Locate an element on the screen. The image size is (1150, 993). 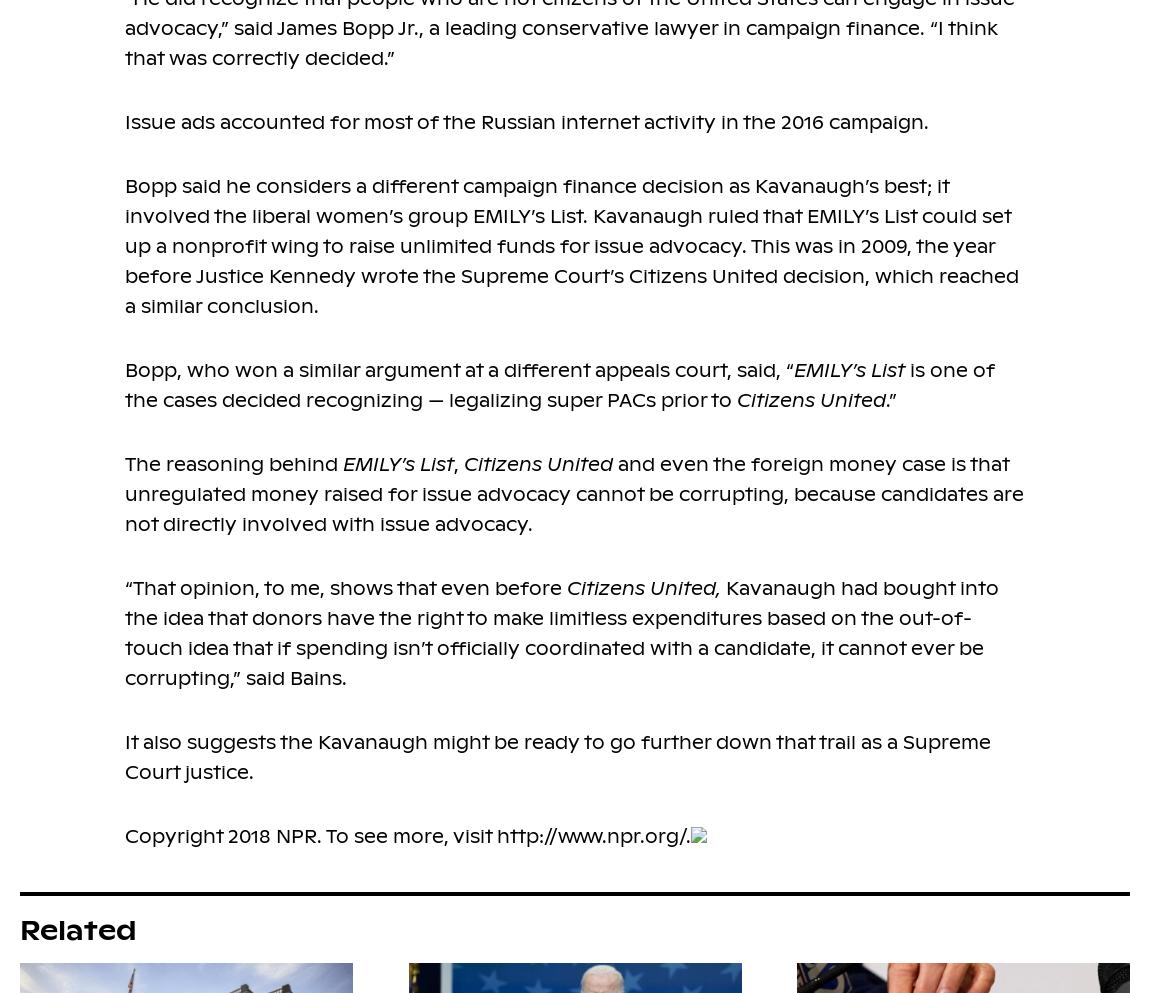
'Issue ads accounted for most of the Russian internet activity in the 2016 campaign.' is located at coordinates (527, 121).